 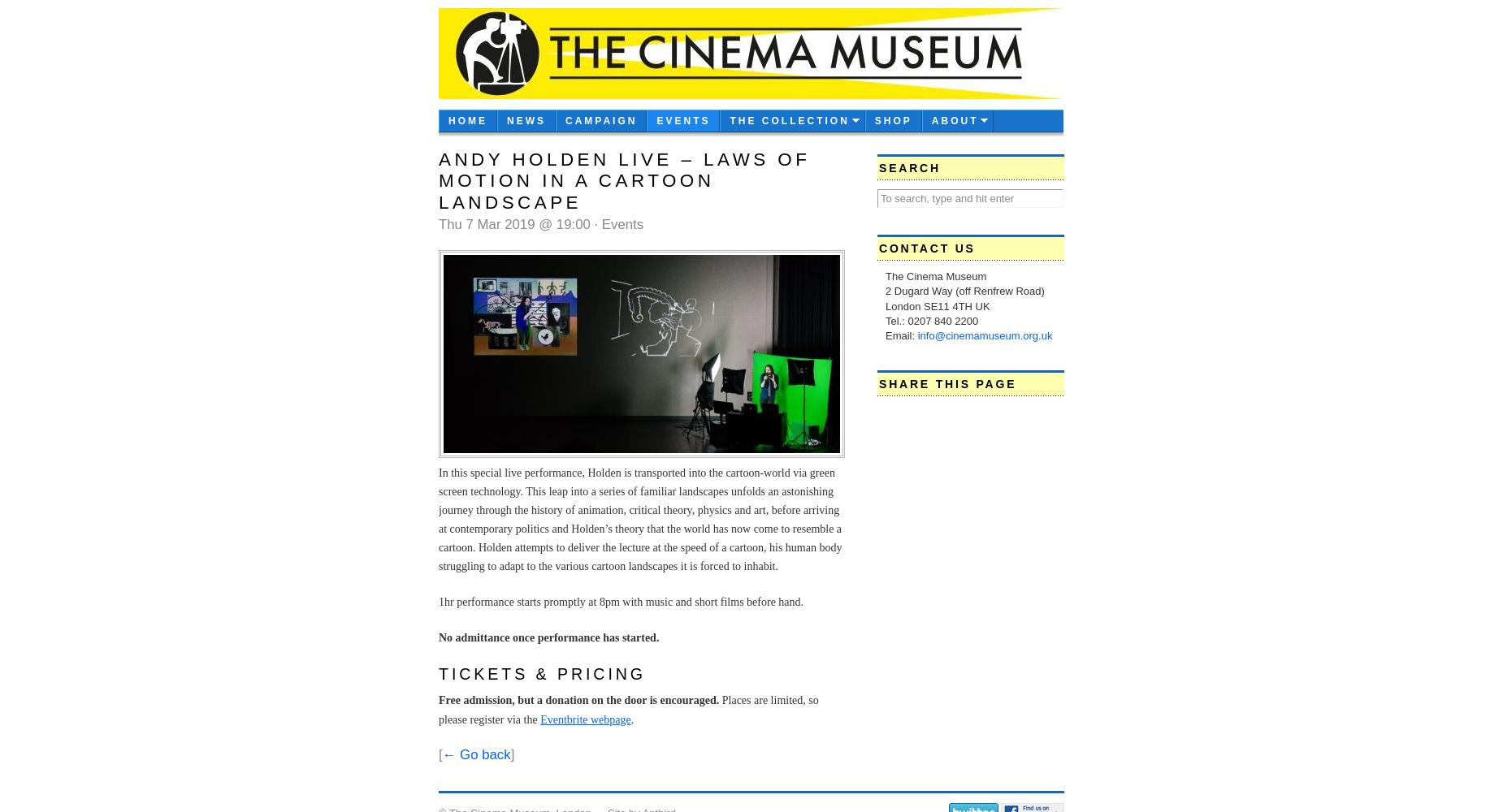 What do you see at coordinates (639, 519) in the screenshot?
I see `'In this special live performance, Holden is transported into the cartoon-world via green screen technology. This leap into a series of familiar landscapes unfolds an astonishing journey through the history of animation, critical theory, physics and art, before arriving at contemporary politics and Holden’s theory that the world has now come to resemble a cartoon. Holden attempts to deliver the lecture at the speed of a cartoon, his human body struggling to adapt to the various cartoon landscapes it is forced to inhabit.'` at bounding box center [639, 519].